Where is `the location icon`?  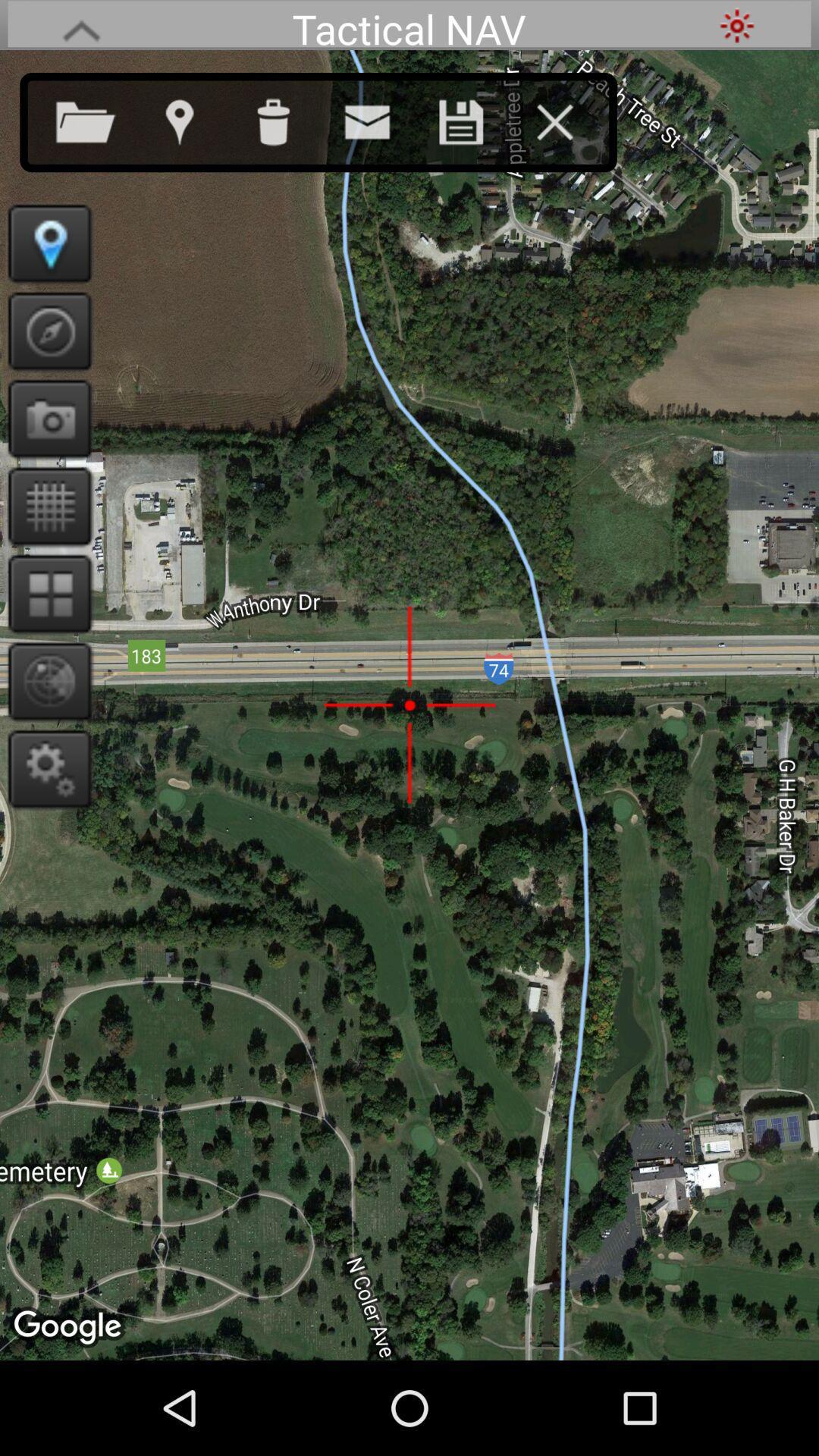
the location icon is located at coordinates (193, 127).